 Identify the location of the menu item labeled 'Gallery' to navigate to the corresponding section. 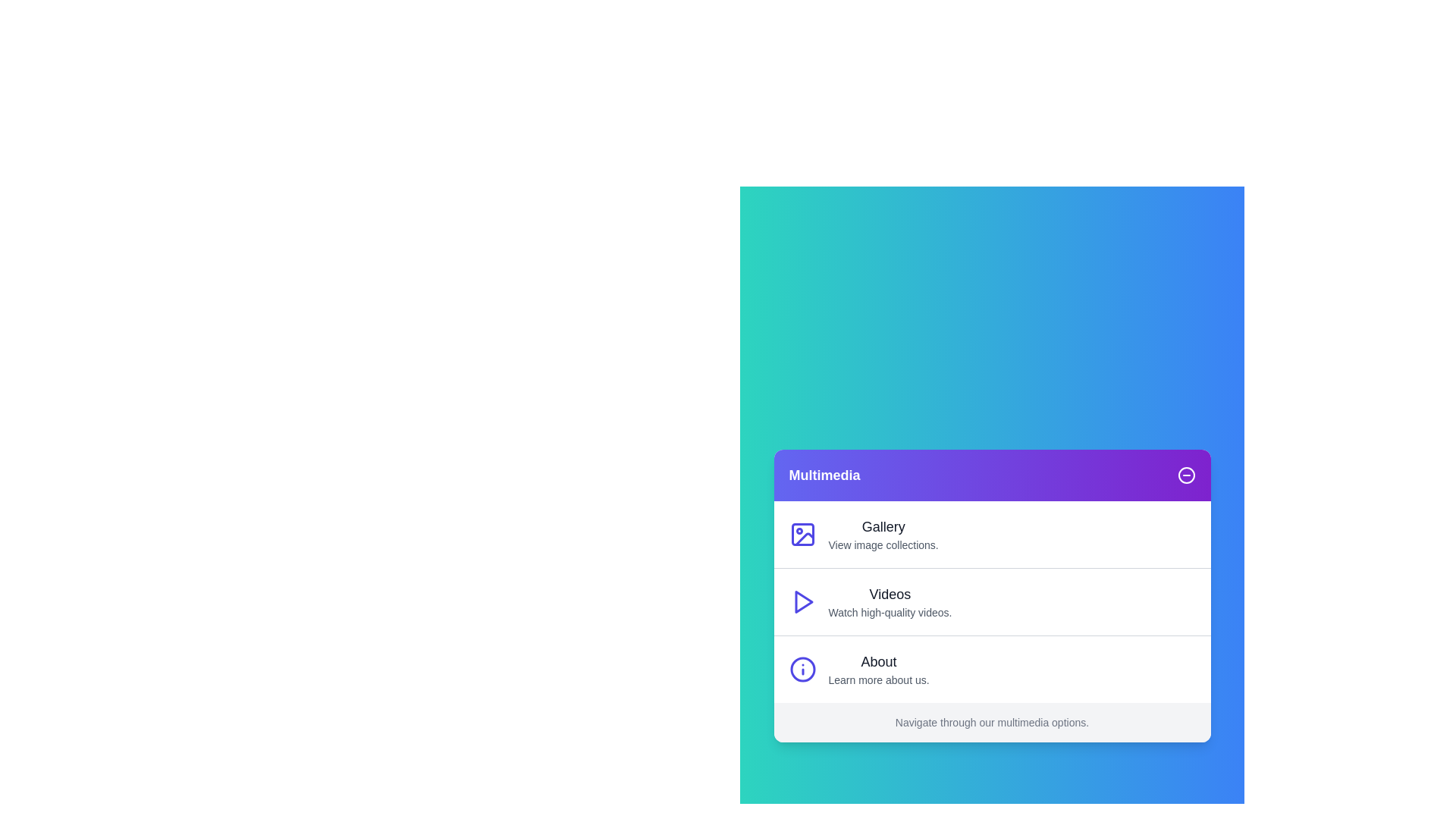
(992, 534).